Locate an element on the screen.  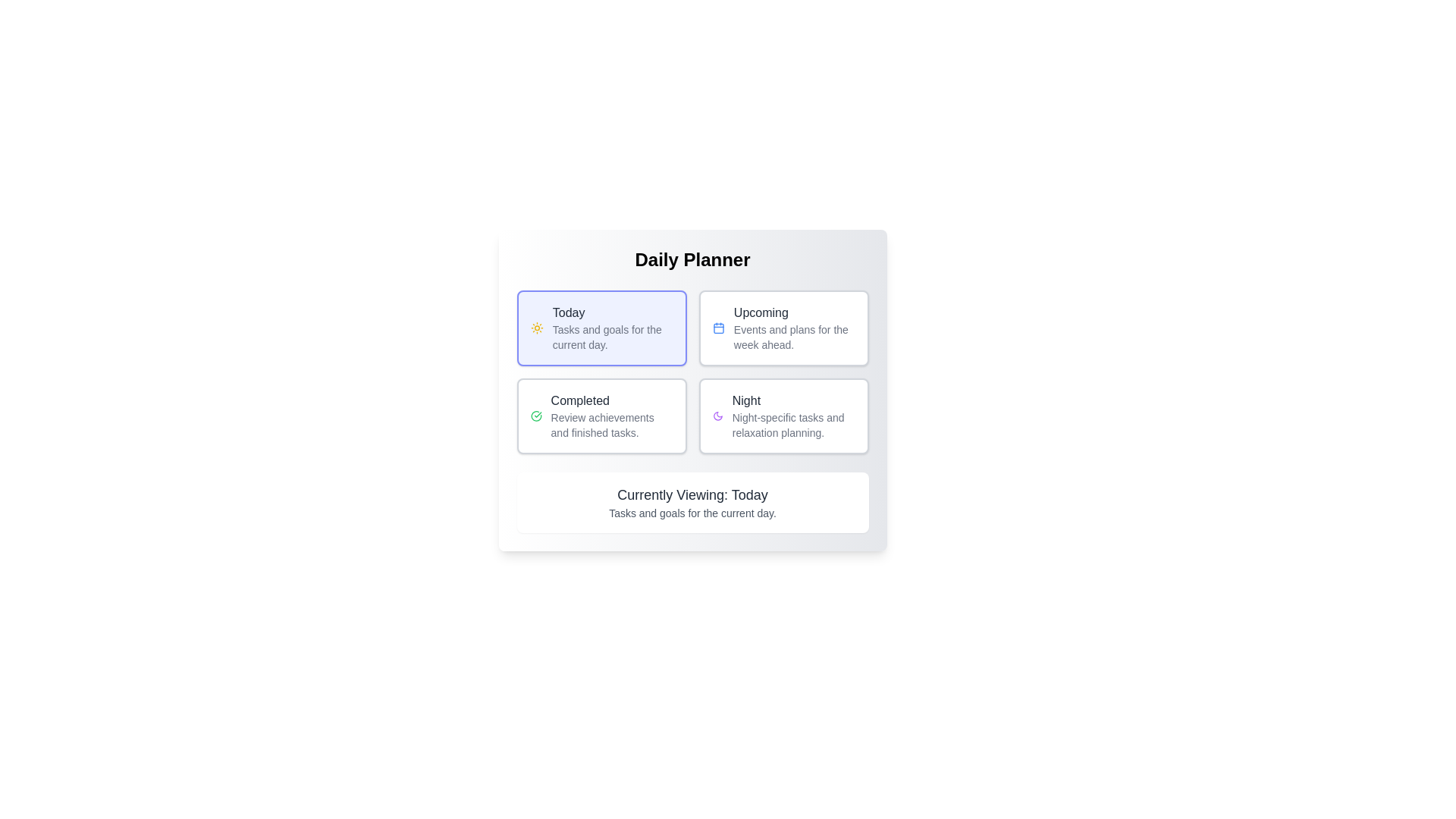
the text label that says 'Review achievements and finished tasks.', which is styled in gray and located under the bold header 'Completed' is located at coordinates (611, 425).